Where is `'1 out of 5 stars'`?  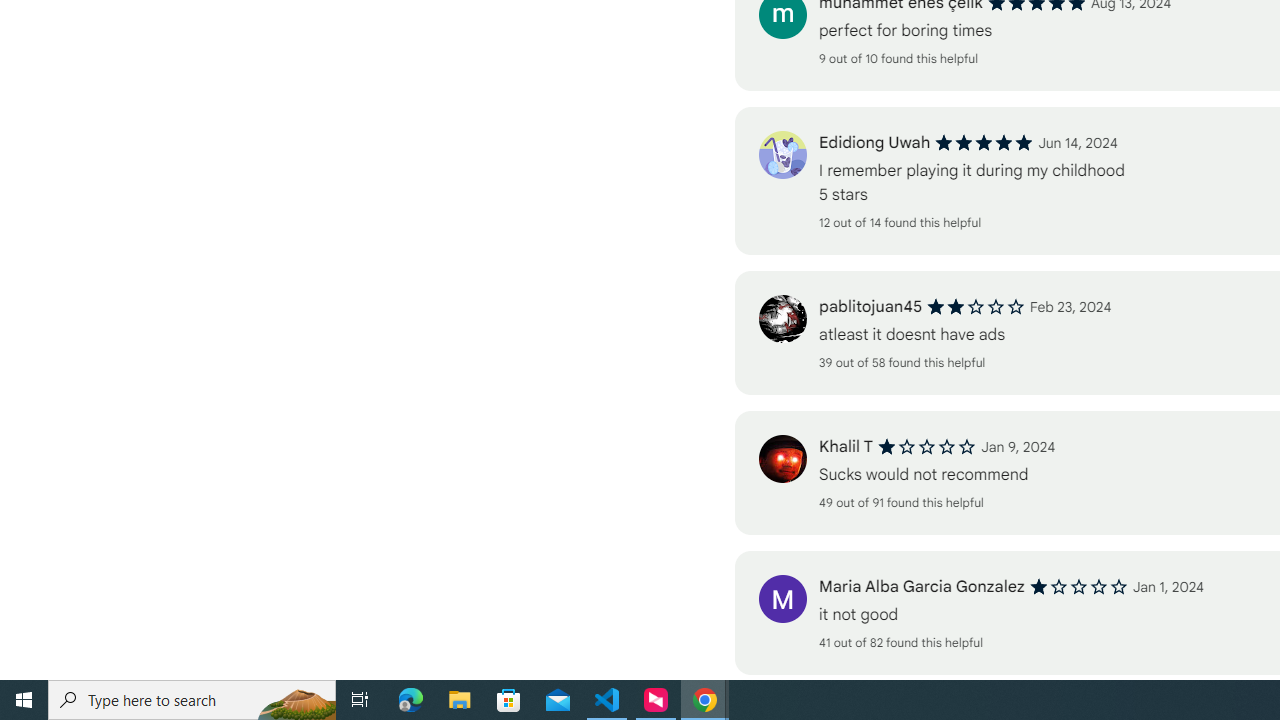 '1 out of 5 stars' is located at coordinates (1077, 586).